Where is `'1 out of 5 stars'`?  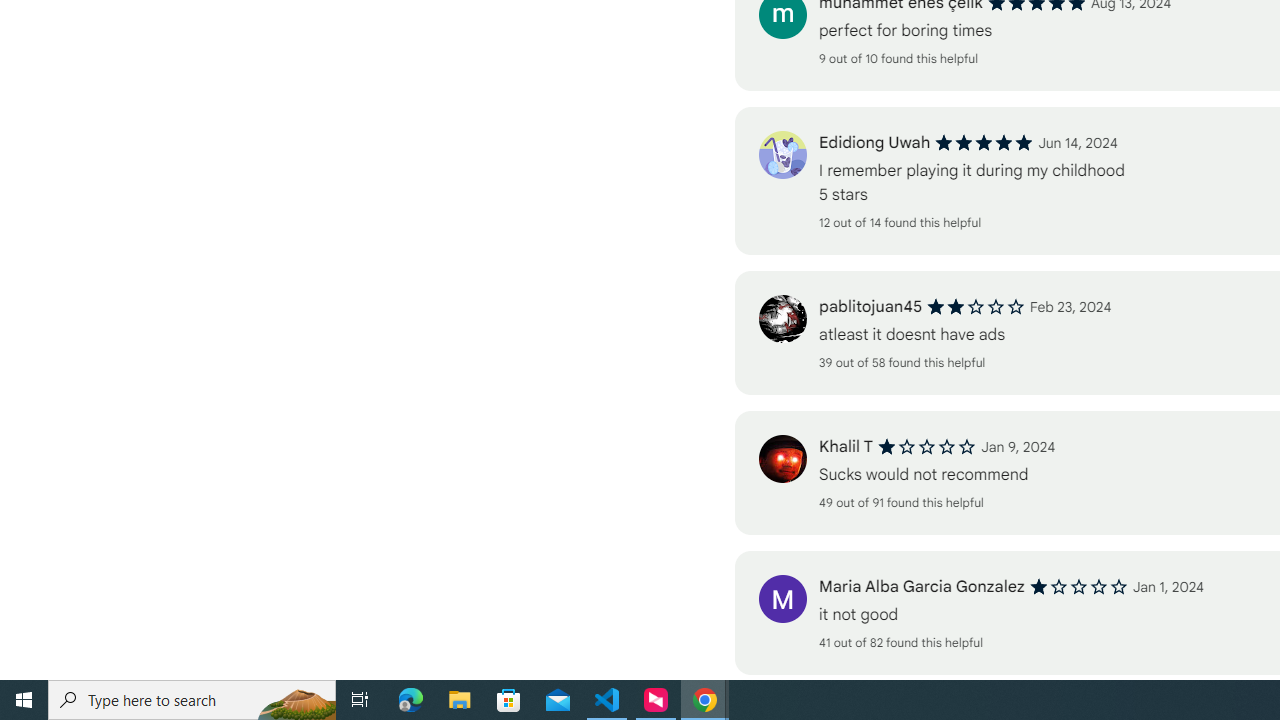 '1 out of 5 stars' is located at coordinates (1077, 586).